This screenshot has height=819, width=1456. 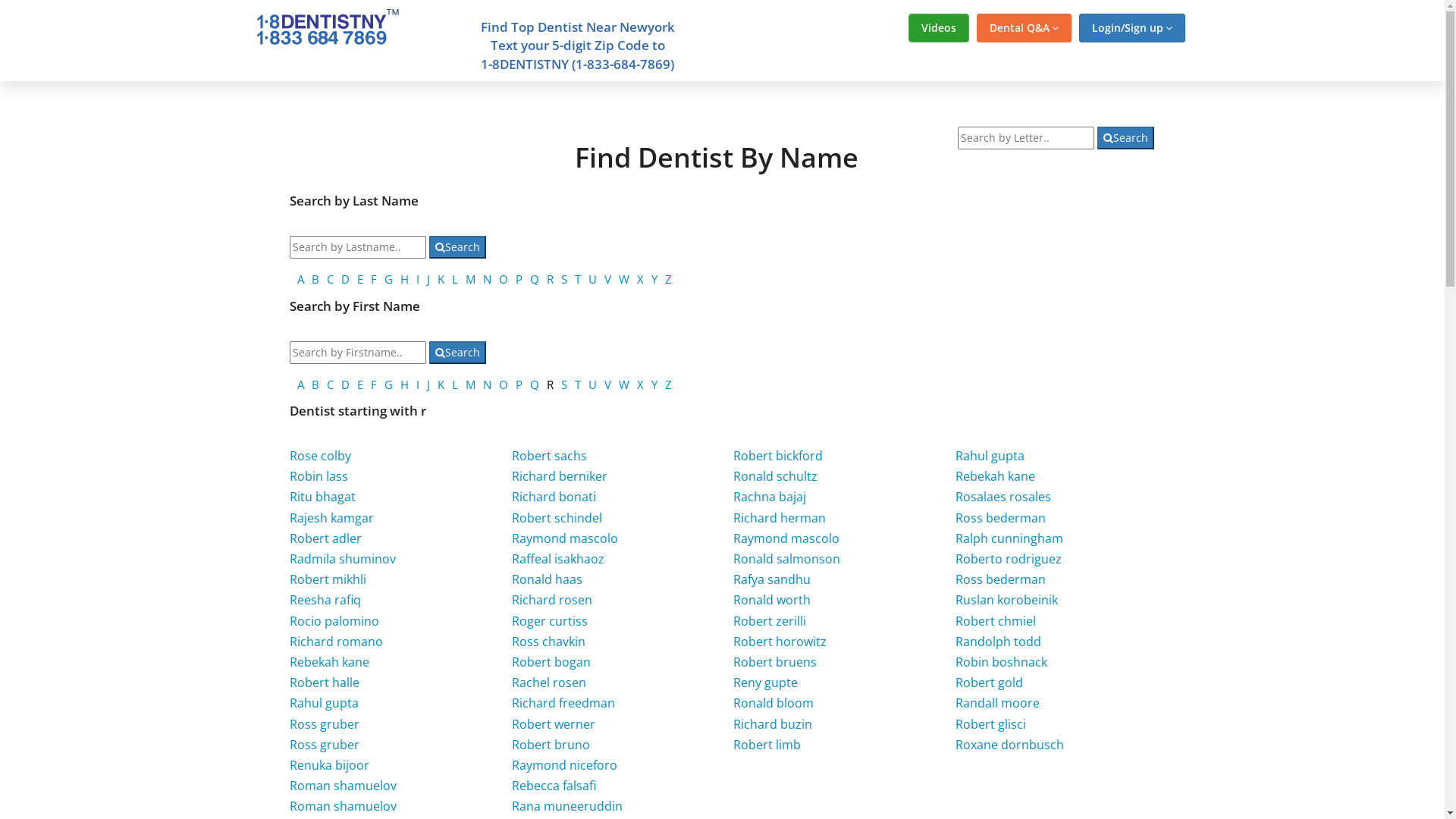 I want to click on 'Login/Sign up', so click(x=1131, y=28).